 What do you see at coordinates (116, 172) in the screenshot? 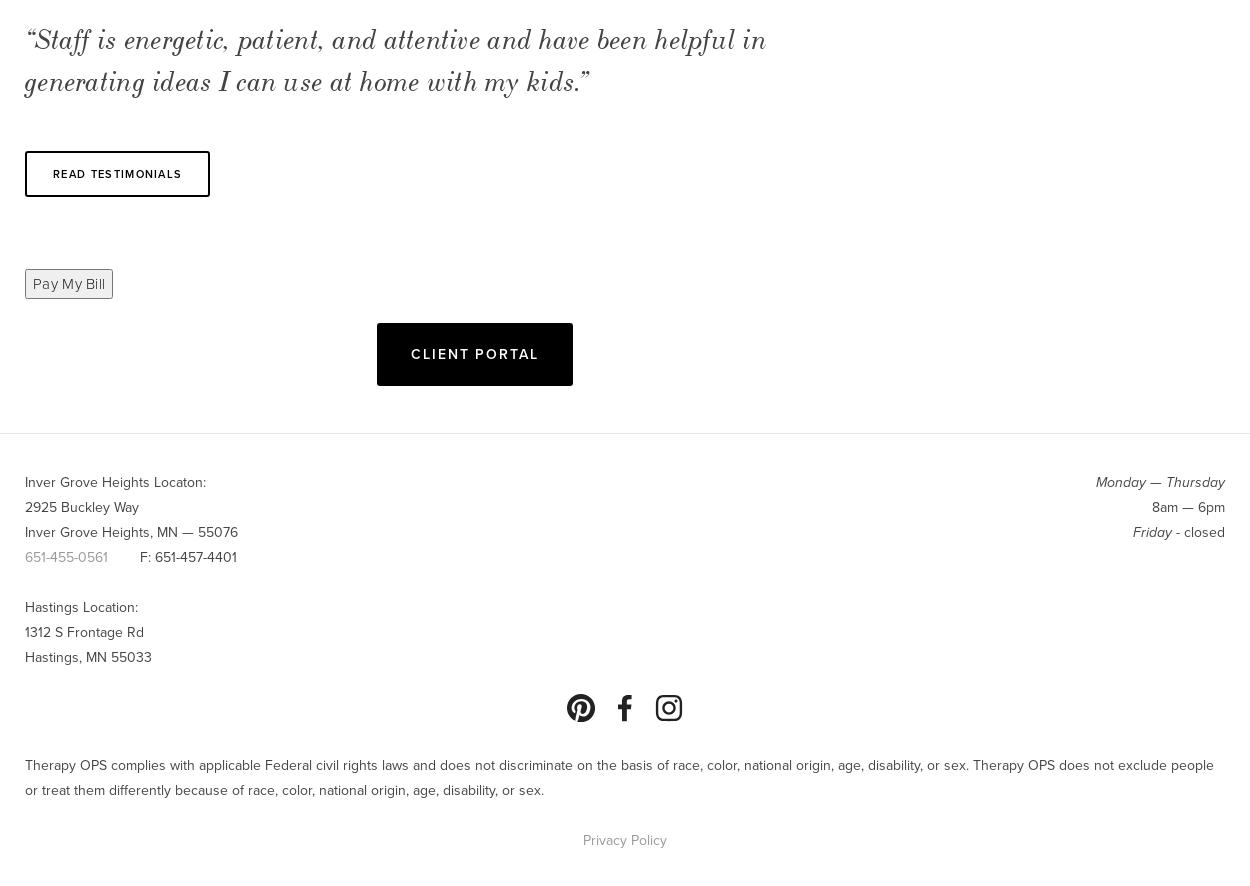
I see `'Read Testimonials'` at bounding box center [116, 172].